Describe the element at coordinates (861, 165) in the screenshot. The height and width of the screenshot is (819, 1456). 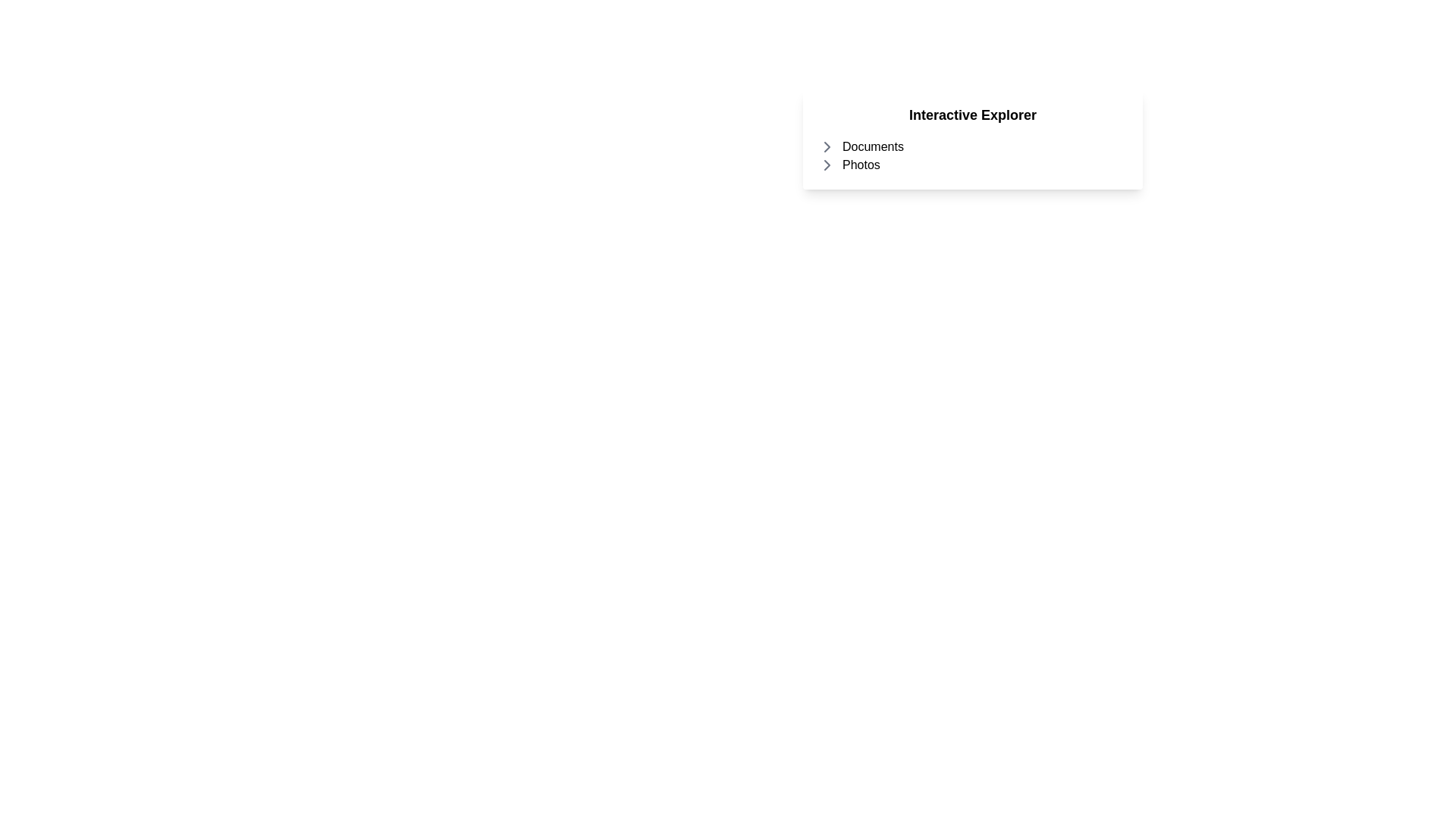
I see `text of the 'Photos' label, which is a bold text label located beneath the 'Documents' label in the Interactive Explorer panel` at that location.